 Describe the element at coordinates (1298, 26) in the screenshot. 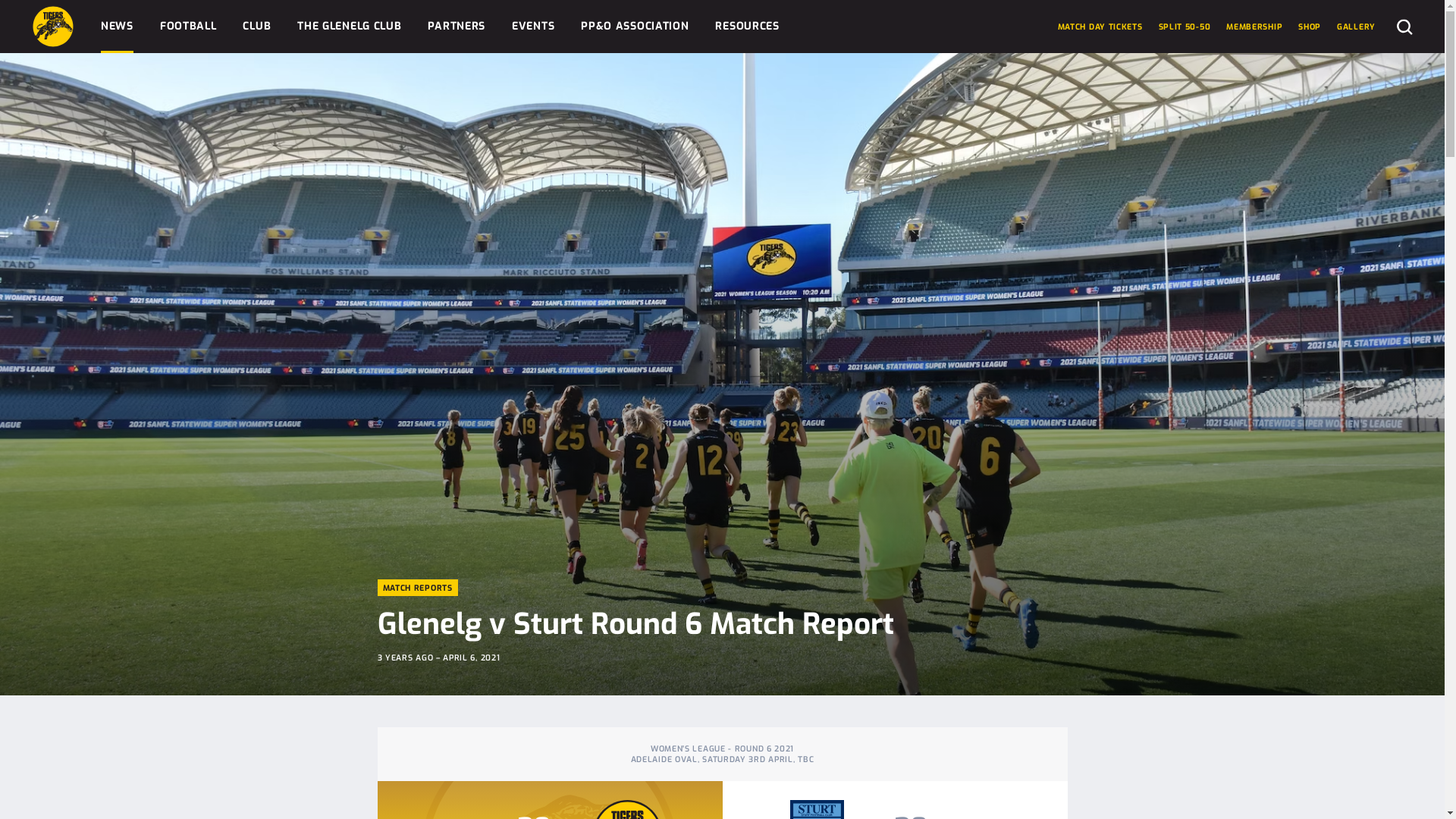

I see `'SHOP'` at that location.